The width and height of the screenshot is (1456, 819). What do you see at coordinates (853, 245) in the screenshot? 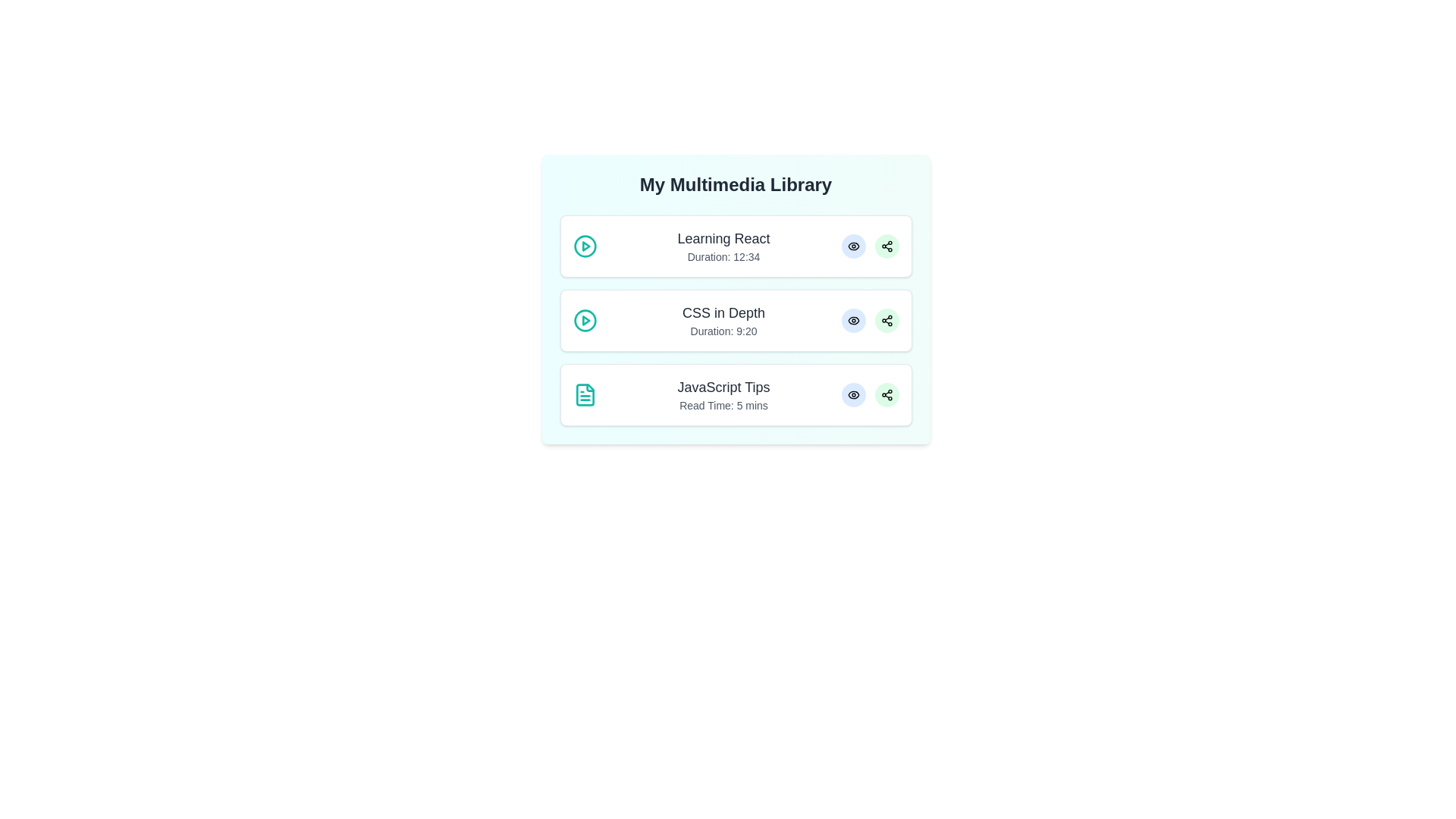
I see `'Preview' button for the media item titled 'Learning React'` at bounding box center [853, 245].